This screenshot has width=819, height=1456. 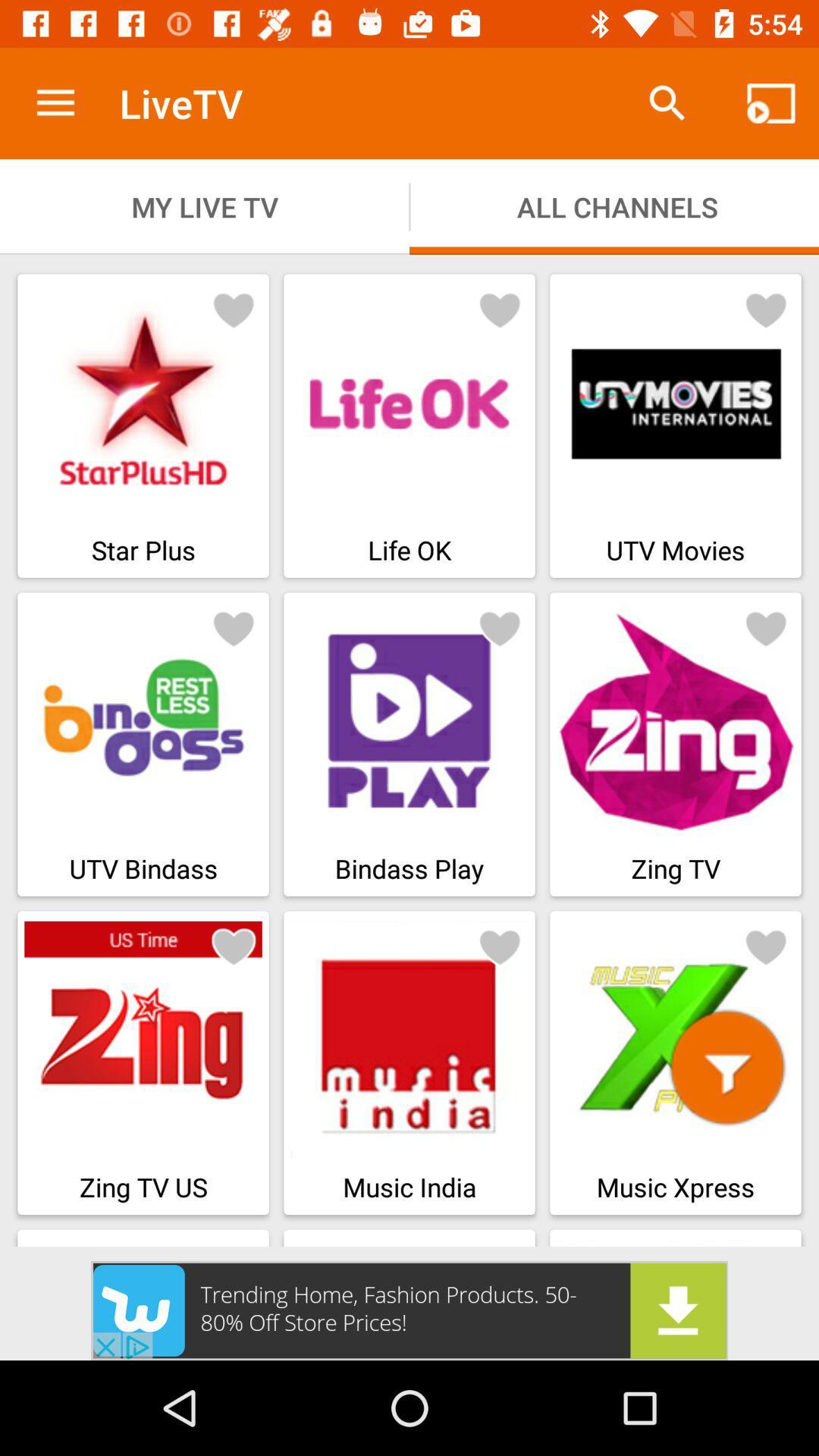 I want to click on like button, so click(x=766, y=309).